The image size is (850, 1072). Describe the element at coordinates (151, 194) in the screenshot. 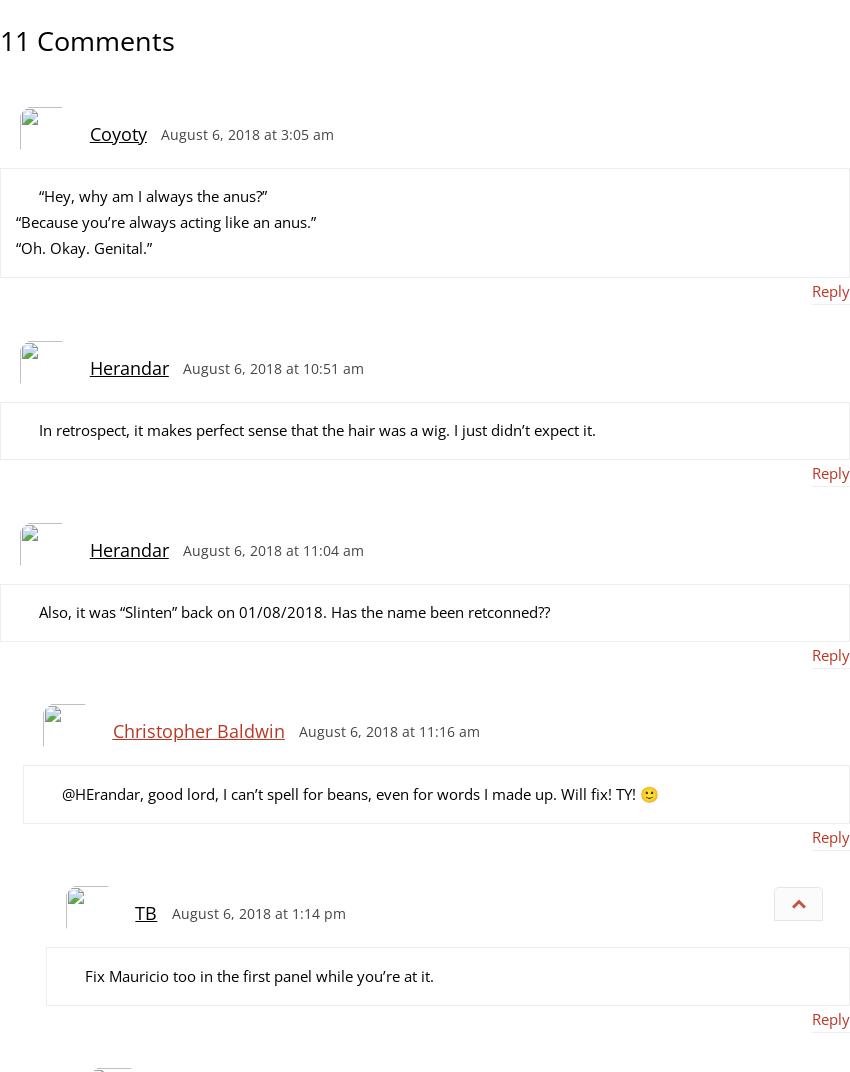

I see `'“Hey, why am I always the anus?”'` at that location.